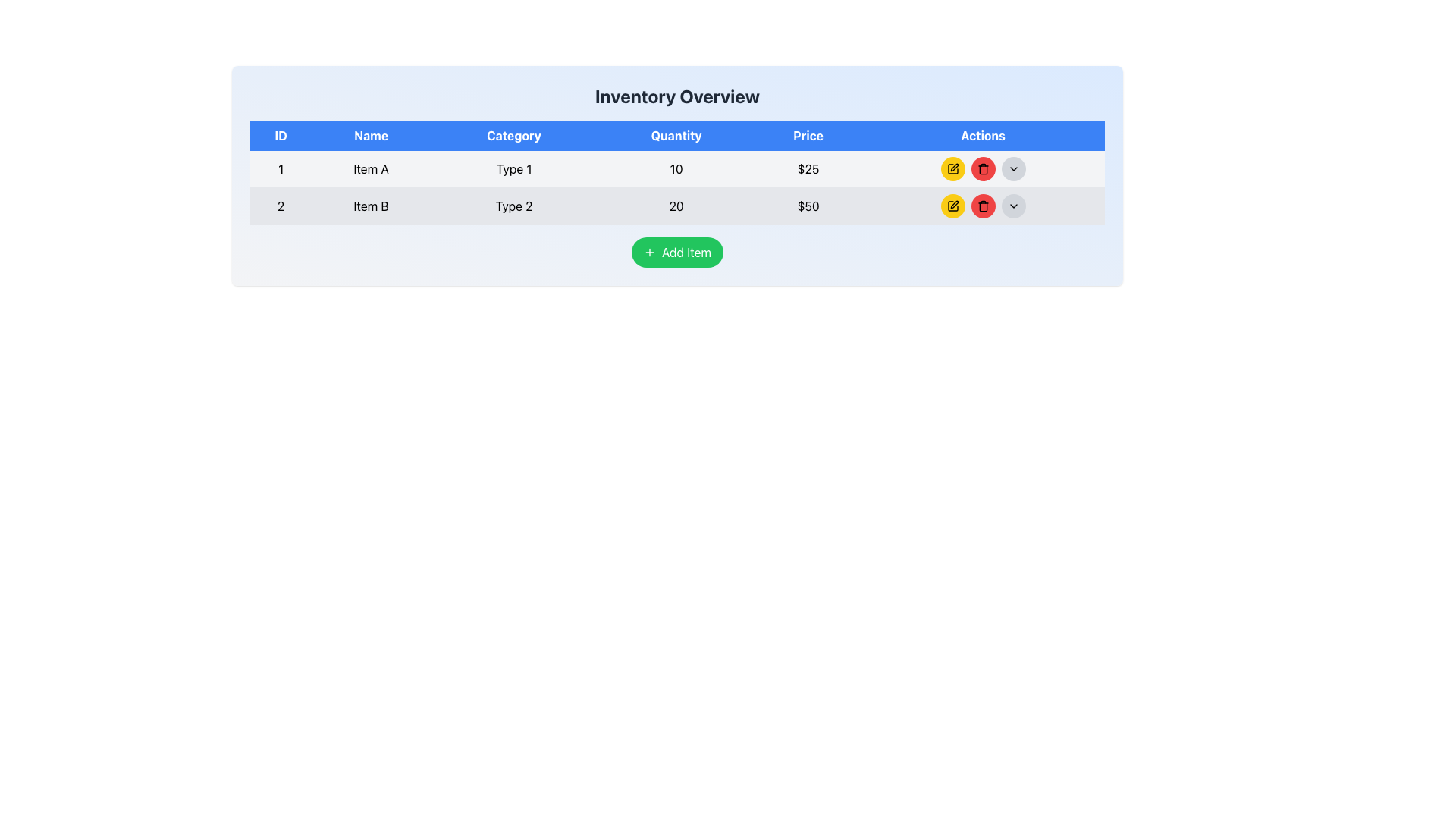  I want to click on the first row of the inventory table to interact with its elements, so click(676, 169).